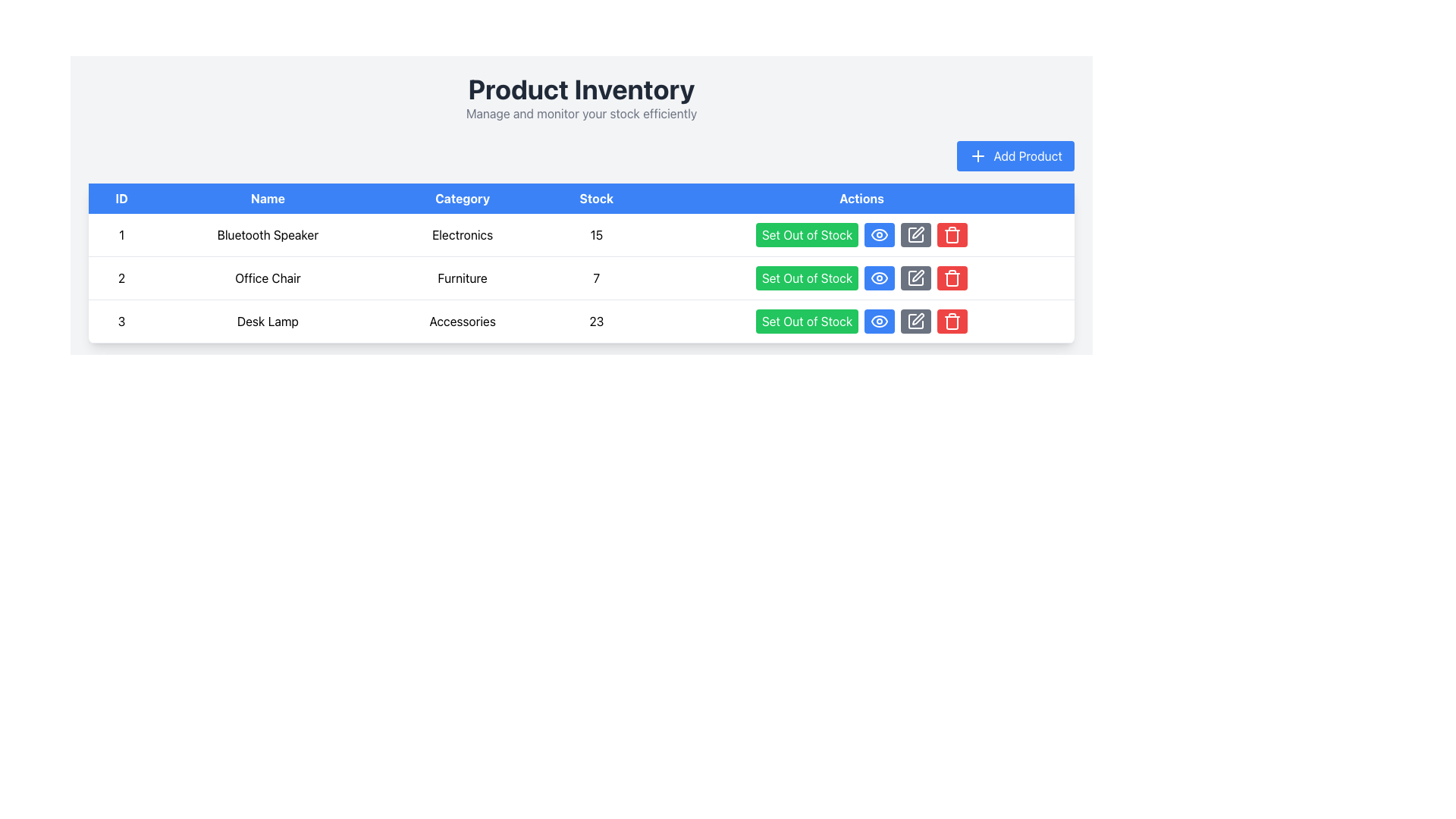 The width and height of the screenshot is (1456, 819). What do you see at coordinates (915, 234) in the screenshot?
I see `the edit button located in the 'Actions' column of the product table in the third row` at bounding box center [915, 234].